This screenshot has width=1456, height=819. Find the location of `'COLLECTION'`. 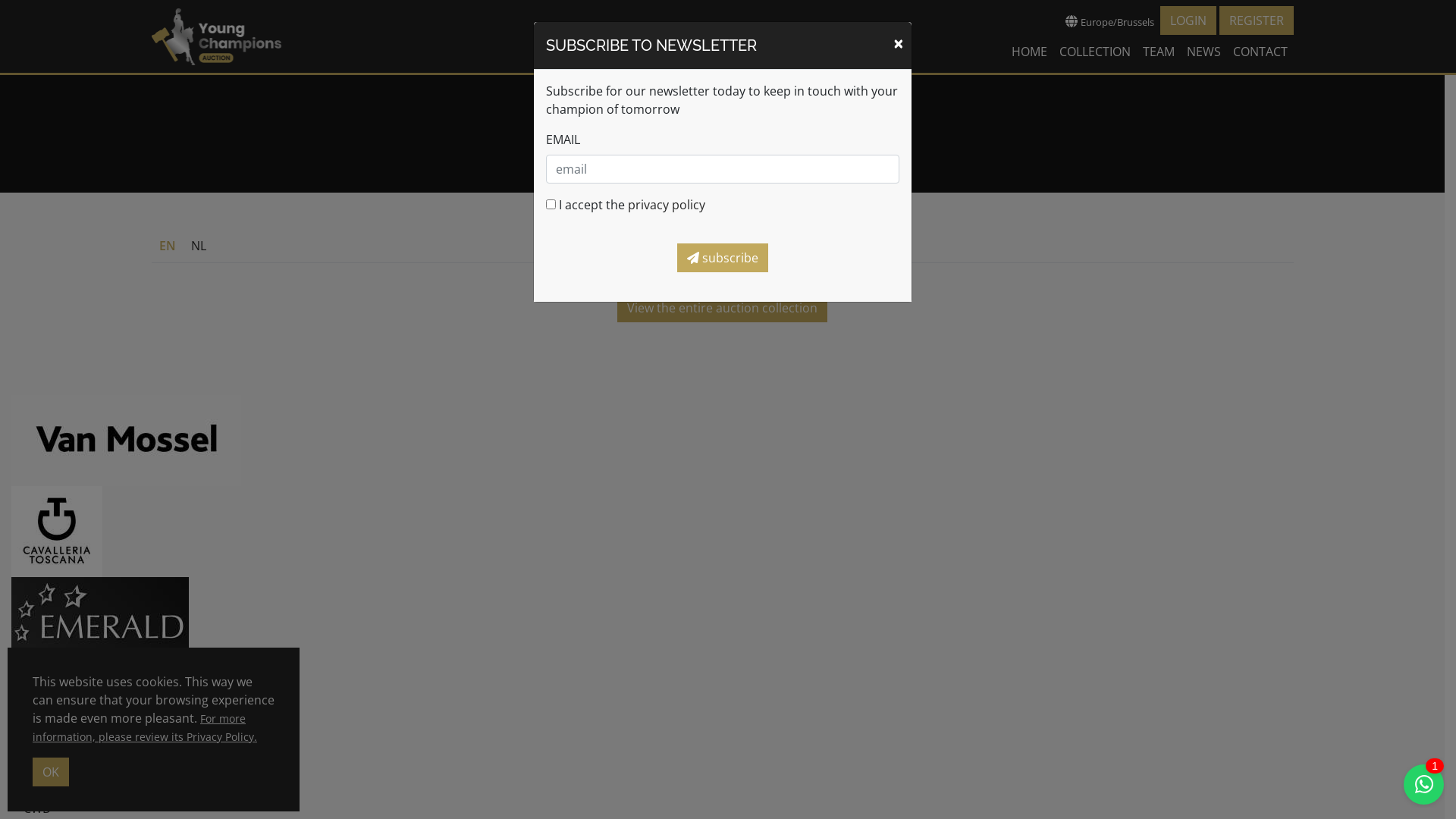

'COLLECTION' is located at coordinates (1094, 51).